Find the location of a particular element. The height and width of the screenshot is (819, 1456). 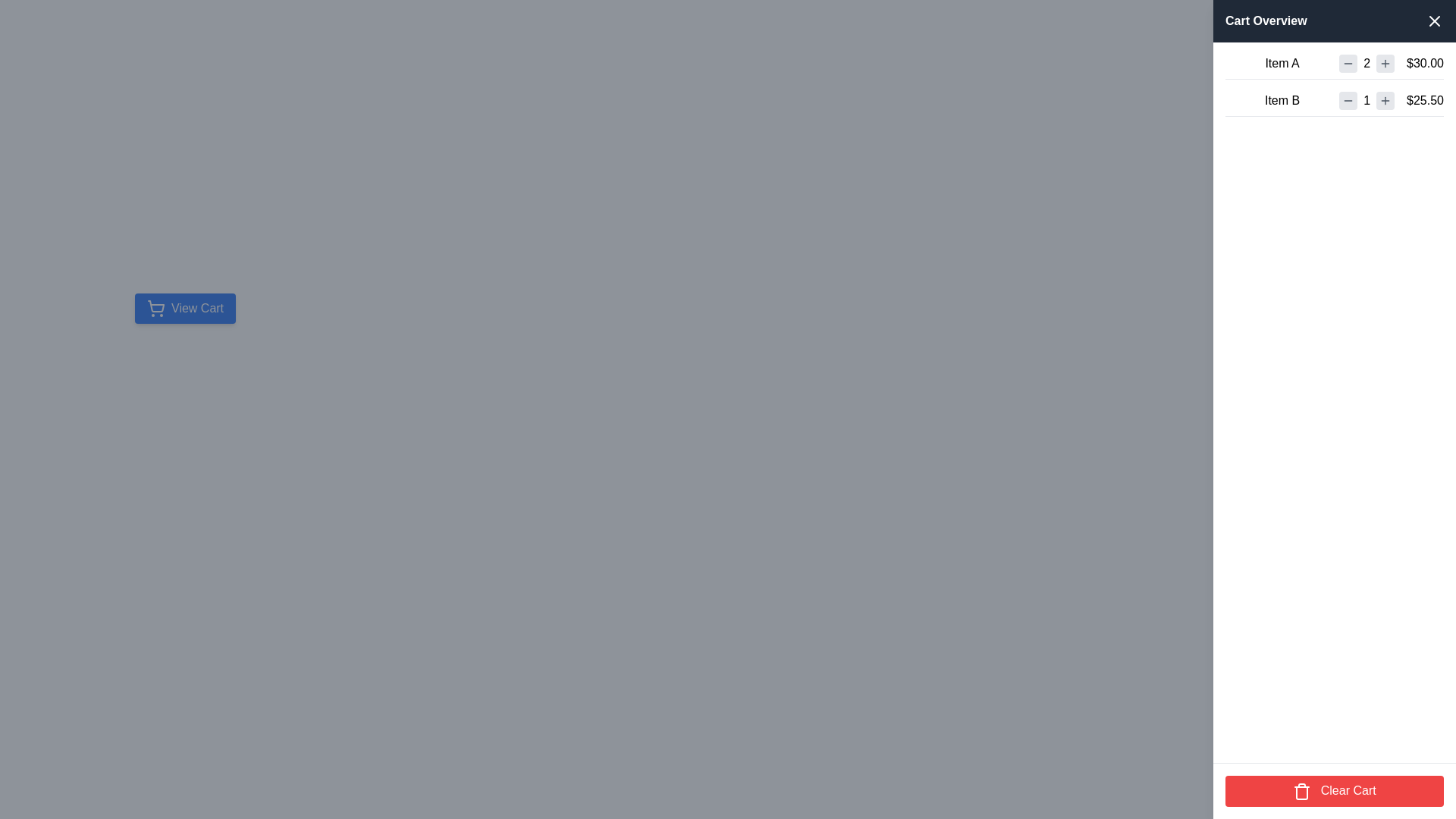

the text label displaying the quantity of 'Item B' in the shopping cart, which is positioned between the minus and plus buttons in the second row of the cart overview section is located at coordinates (1367, 100).